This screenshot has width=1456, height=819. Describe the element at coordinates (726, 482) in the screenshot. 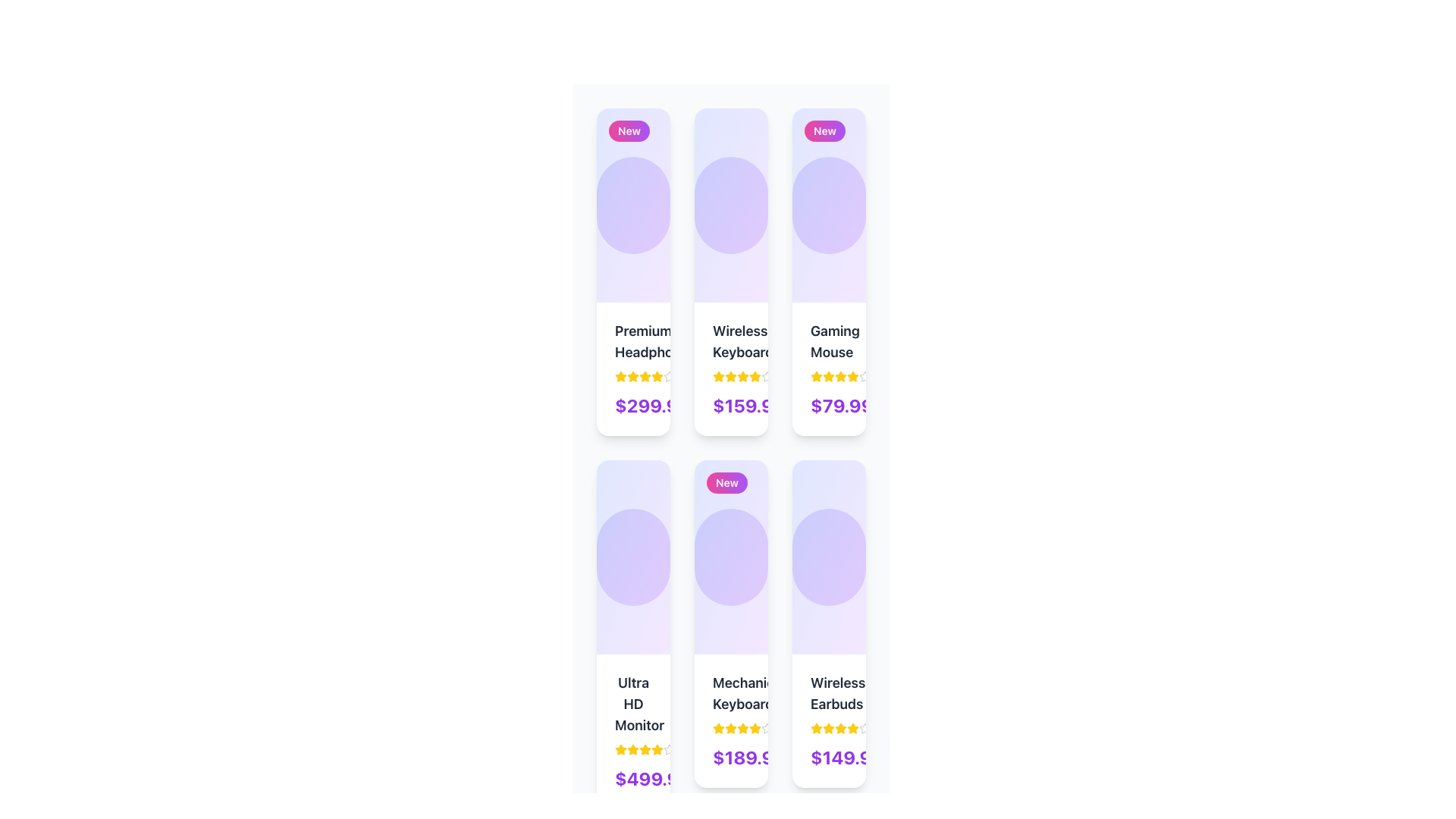

I see `the 'New' badge, which is a rounded rectangle with a pink to purple gradient background, located in the top-left corner of the central product card in the second row of the grid layout` at that location.